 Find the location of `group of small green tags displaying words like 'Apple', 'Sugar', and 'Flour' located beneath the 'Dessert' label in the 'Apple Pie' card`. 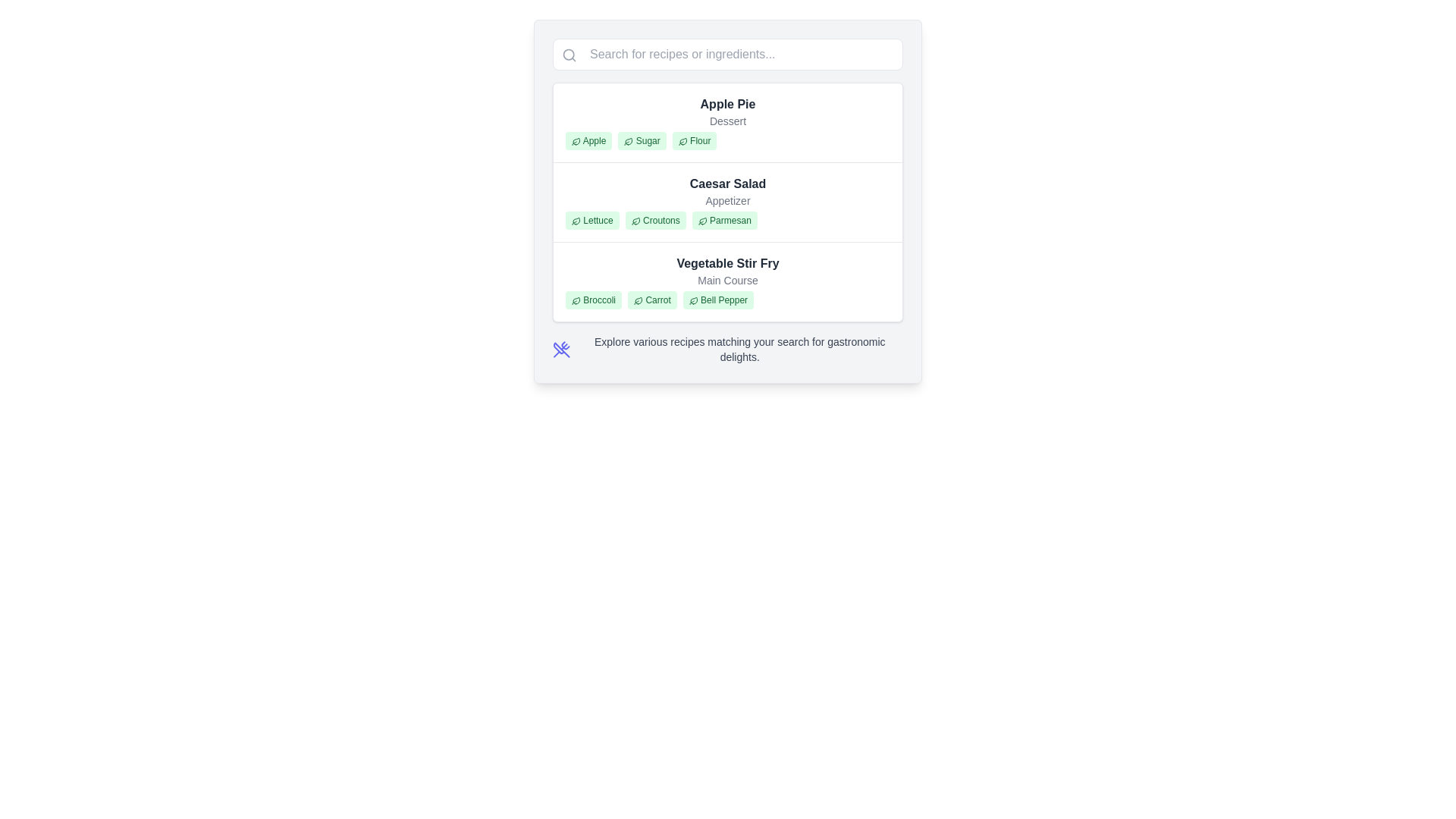

group of small green tags displaying words like 'Apple', 'Sugar', and 'Flour' located beneath the 'Dessert' label in the 'Apple Pie' card is located at coordinates (728, 140).